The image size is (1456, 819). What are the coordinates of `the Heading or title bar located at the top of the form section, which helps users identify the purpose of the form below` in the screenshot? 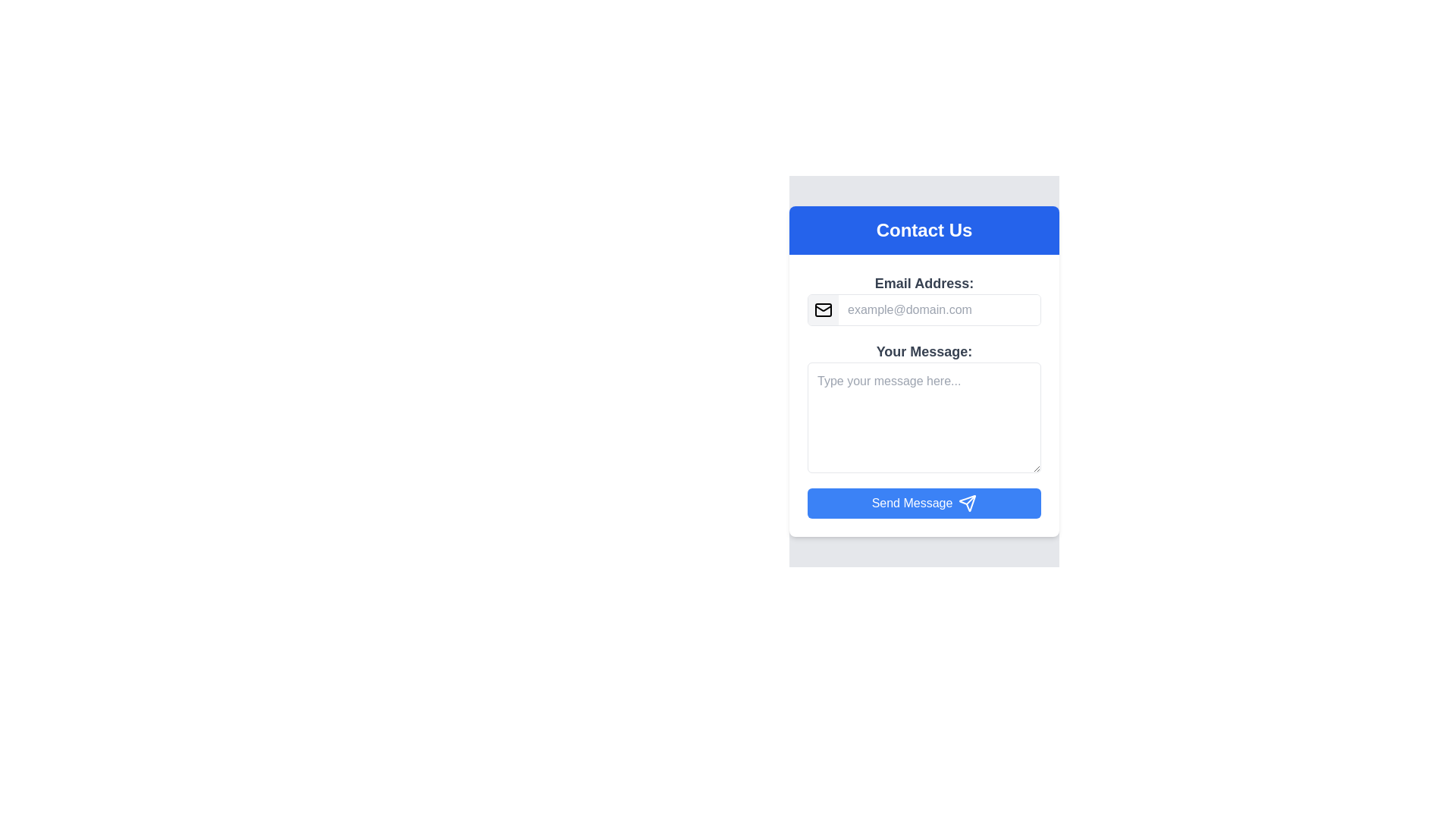 It's located at (924, 231).